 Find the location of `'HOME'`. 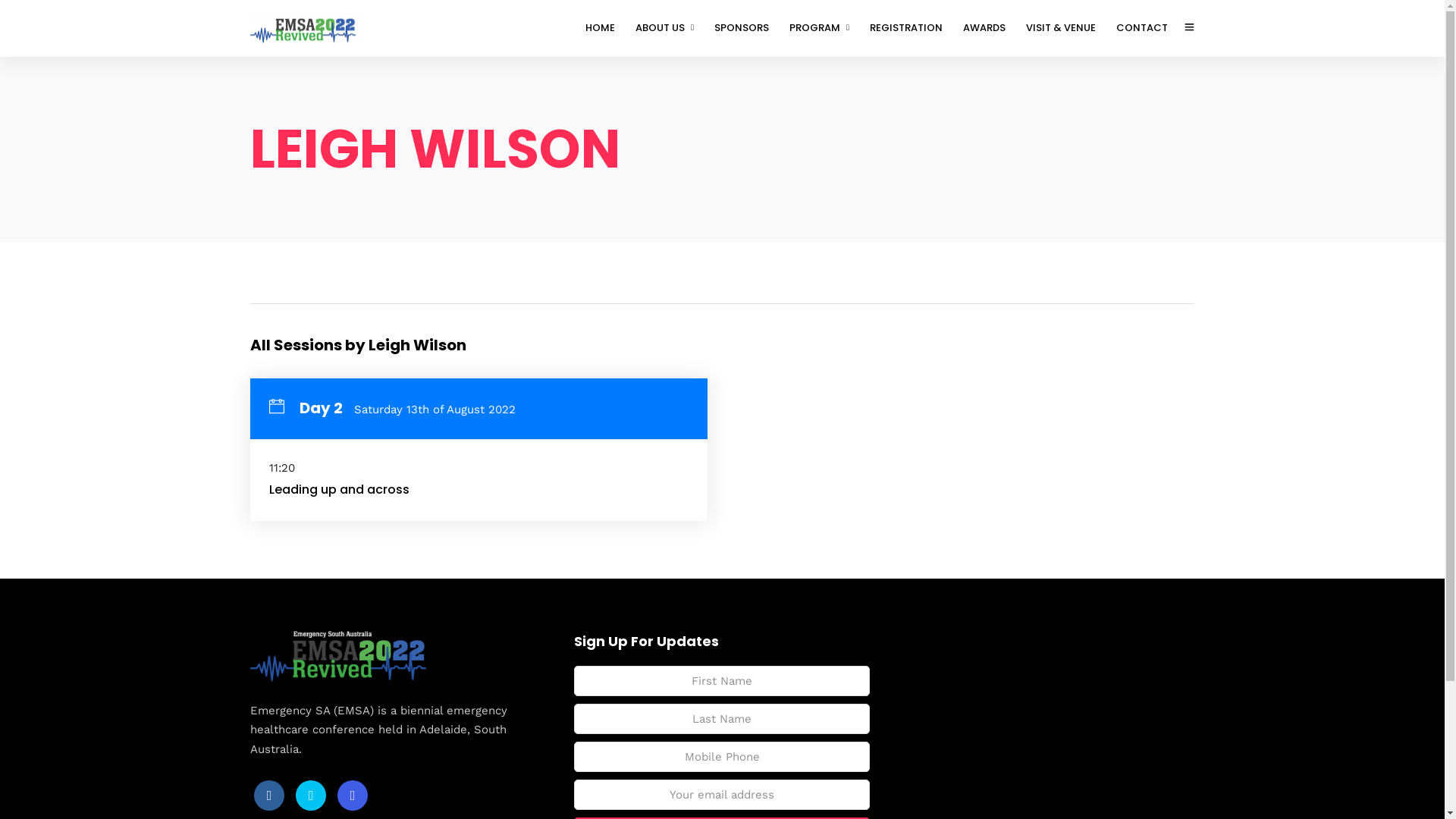

'HOME' is located at coordinates (607, 28).